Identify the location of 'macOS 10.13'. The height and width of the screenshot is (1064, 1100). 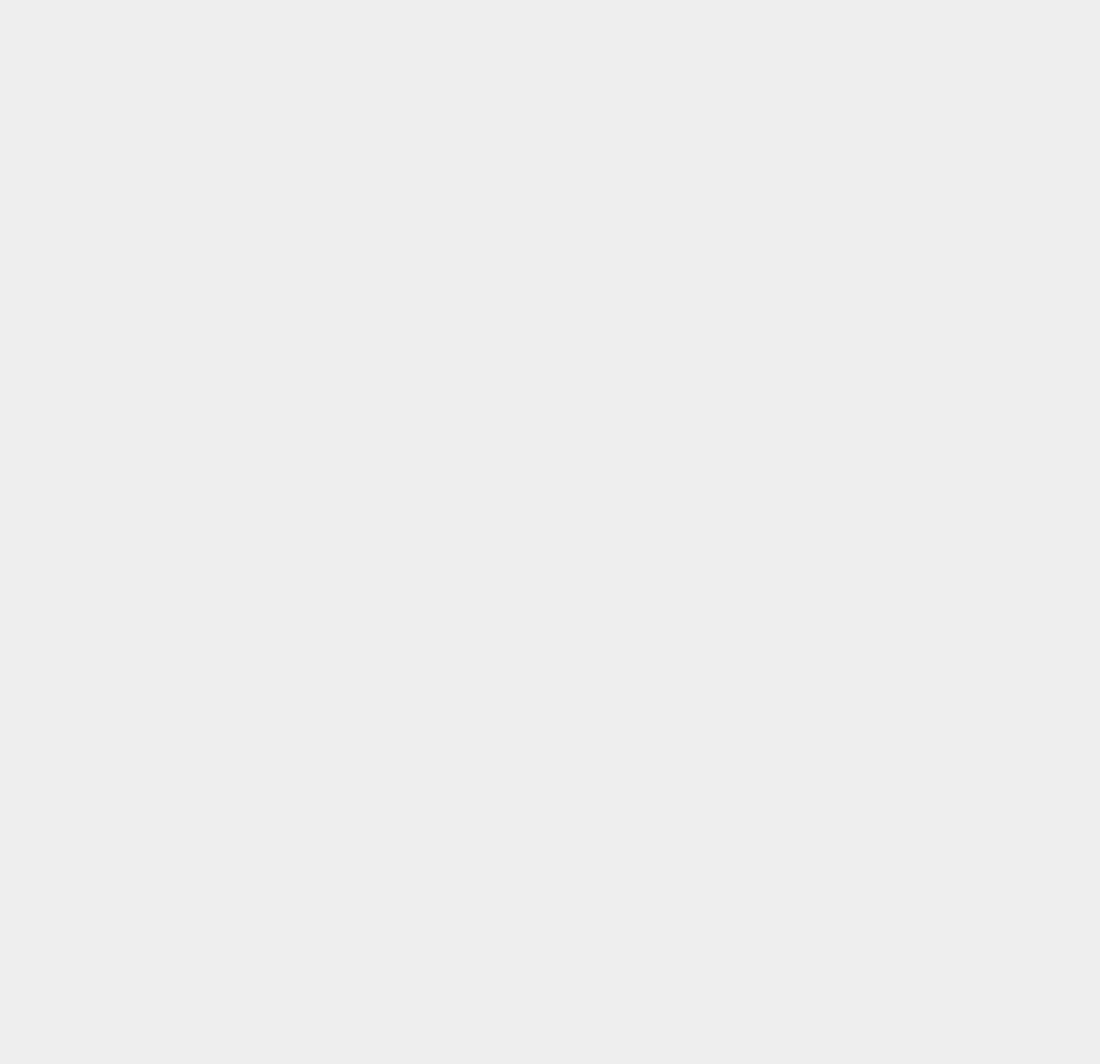
(820, 704).